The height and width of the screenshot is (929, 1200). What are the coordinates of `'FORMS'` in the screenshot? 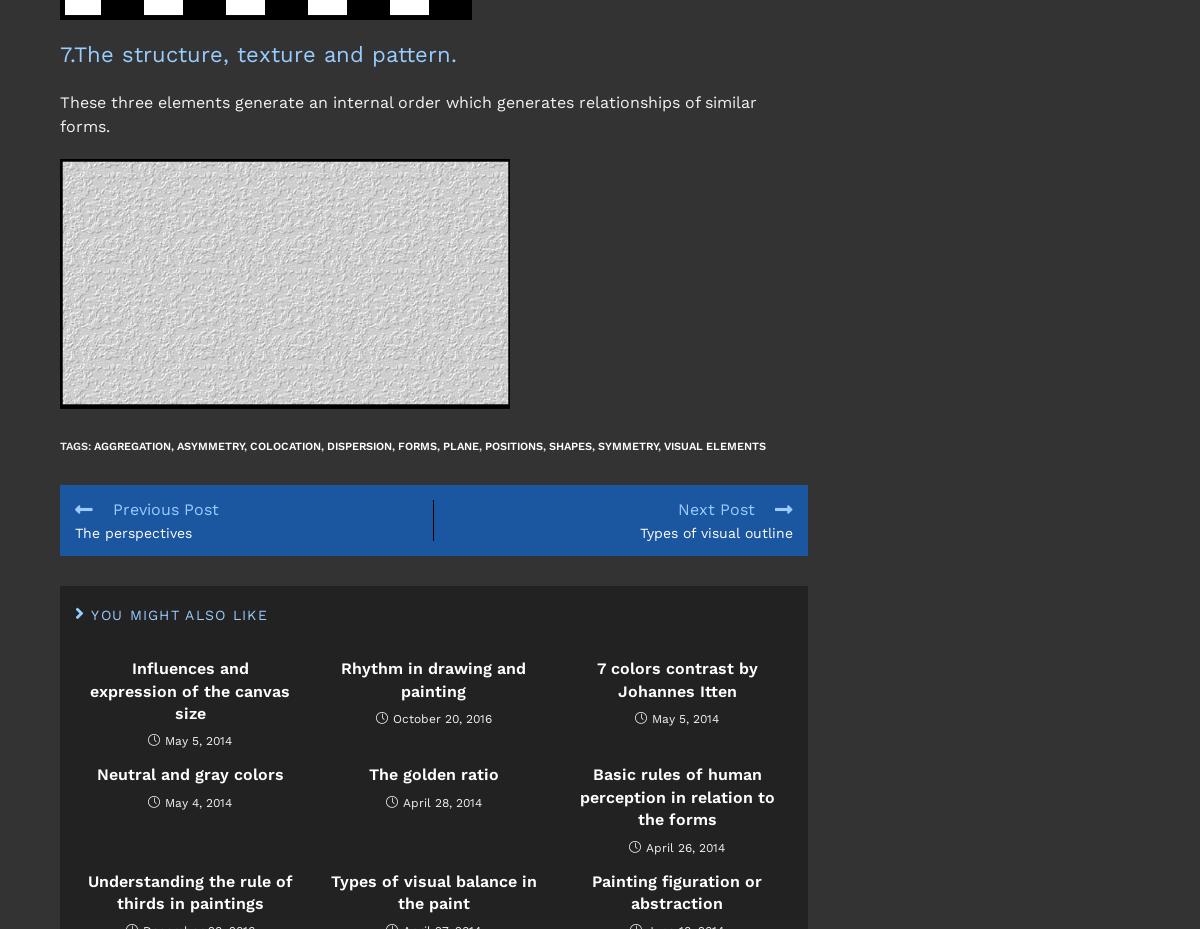 It's located at (417, 444).